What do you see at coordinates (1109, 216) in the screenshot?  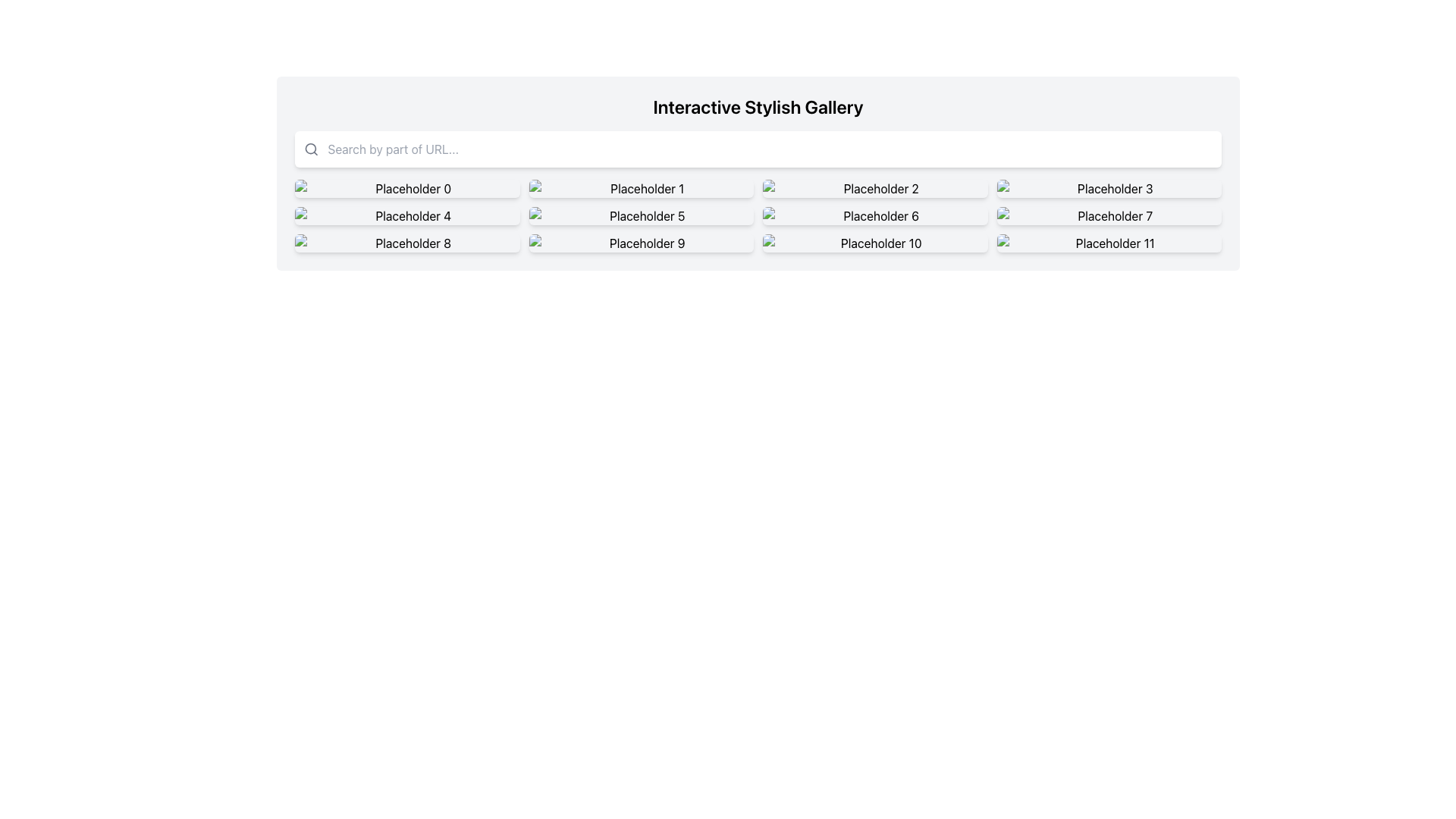 I see `the Interactive visual grid item displaying an image with the caption 'Placeholder 7', located in the second row and fourth column of the grid` at bounding box center [1109, 216].